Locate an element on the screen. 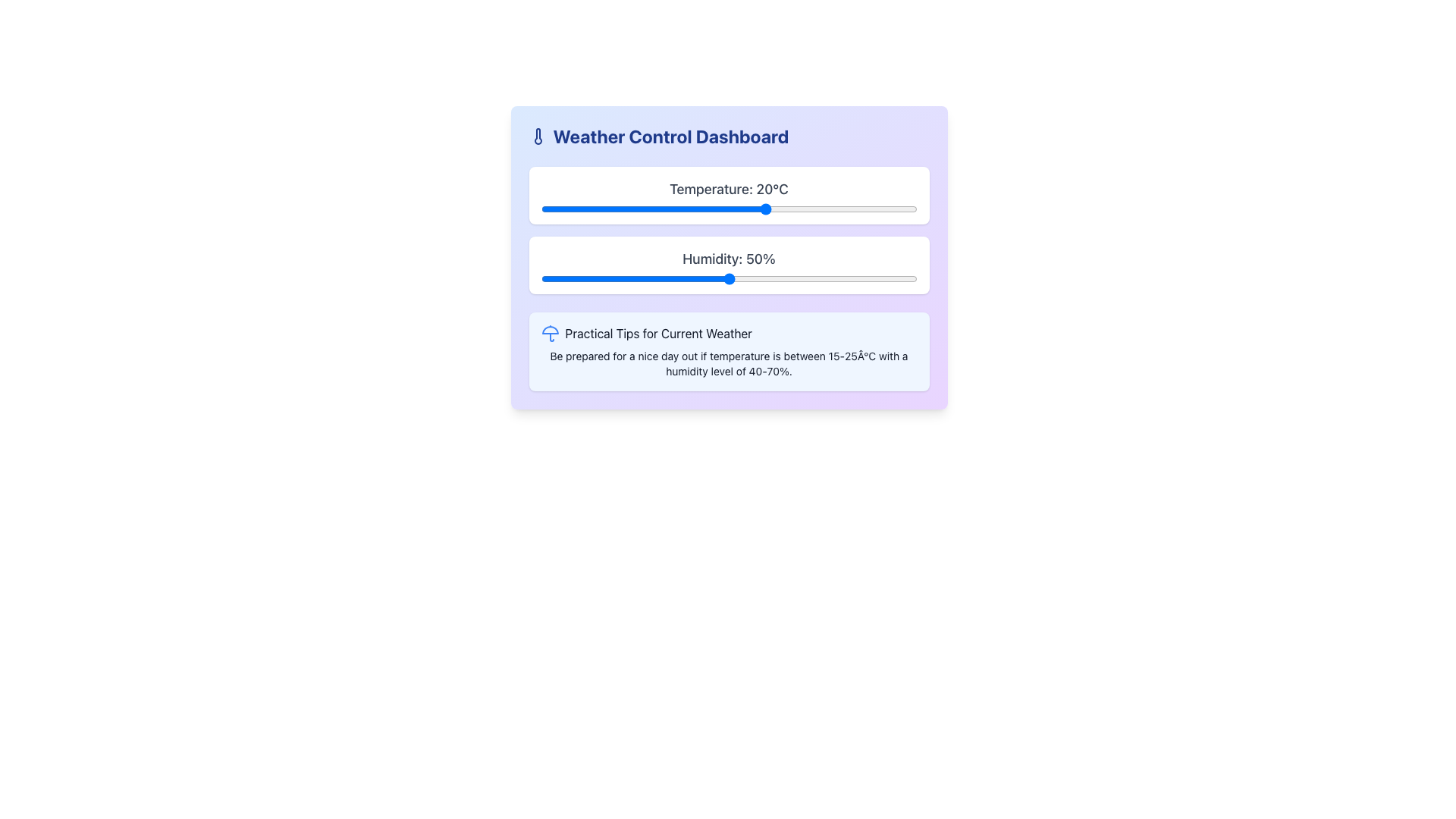  the humidity is located at coordinates (574, 278).